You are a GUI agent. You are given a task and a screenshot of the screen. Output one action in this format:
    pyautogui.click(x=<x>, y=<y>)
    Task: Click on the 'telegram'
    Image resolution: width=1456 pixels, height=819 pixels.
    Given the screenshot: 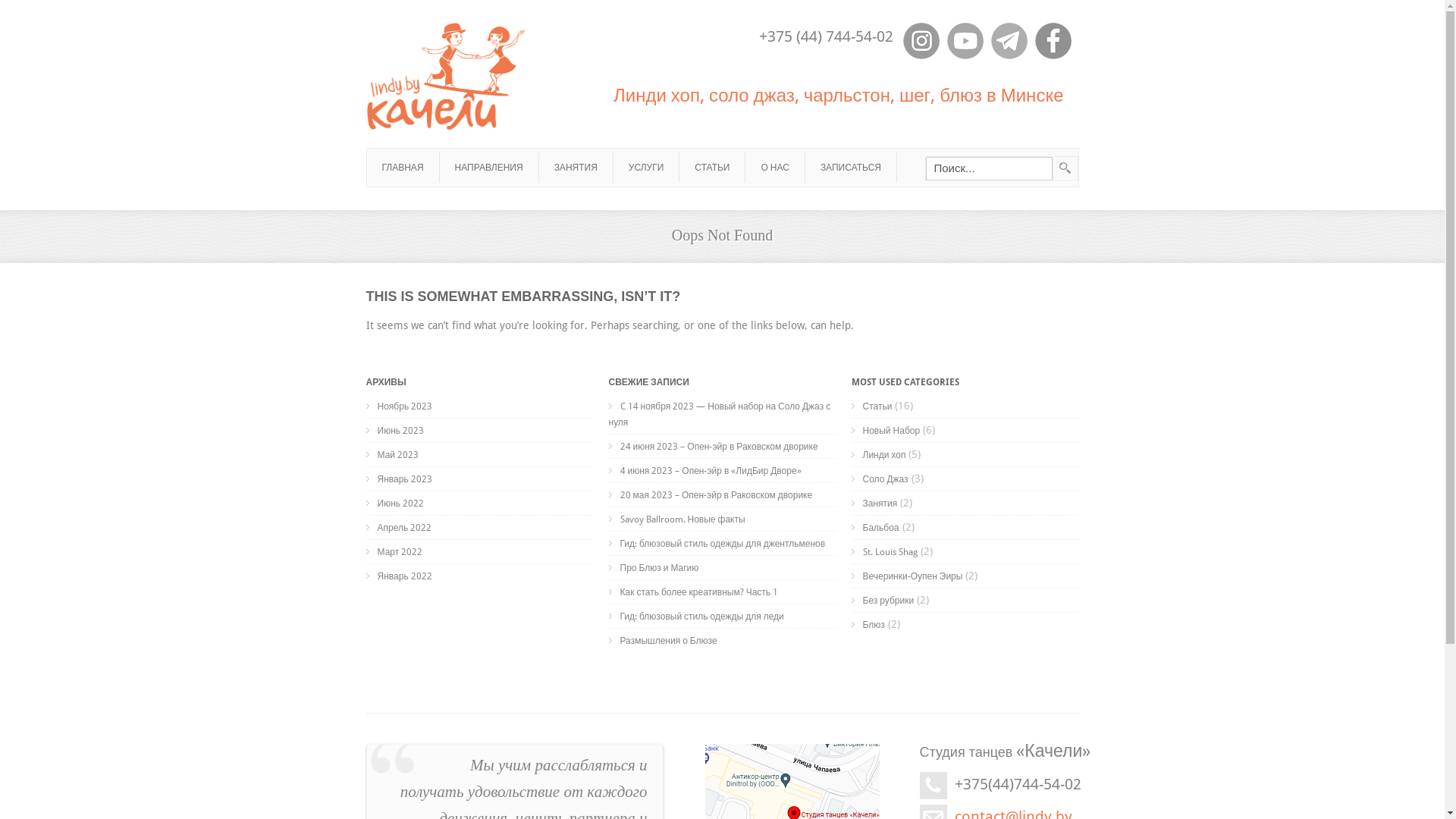 What is the action you would take?
    pyautogui.click(x=1008, y=40)
    